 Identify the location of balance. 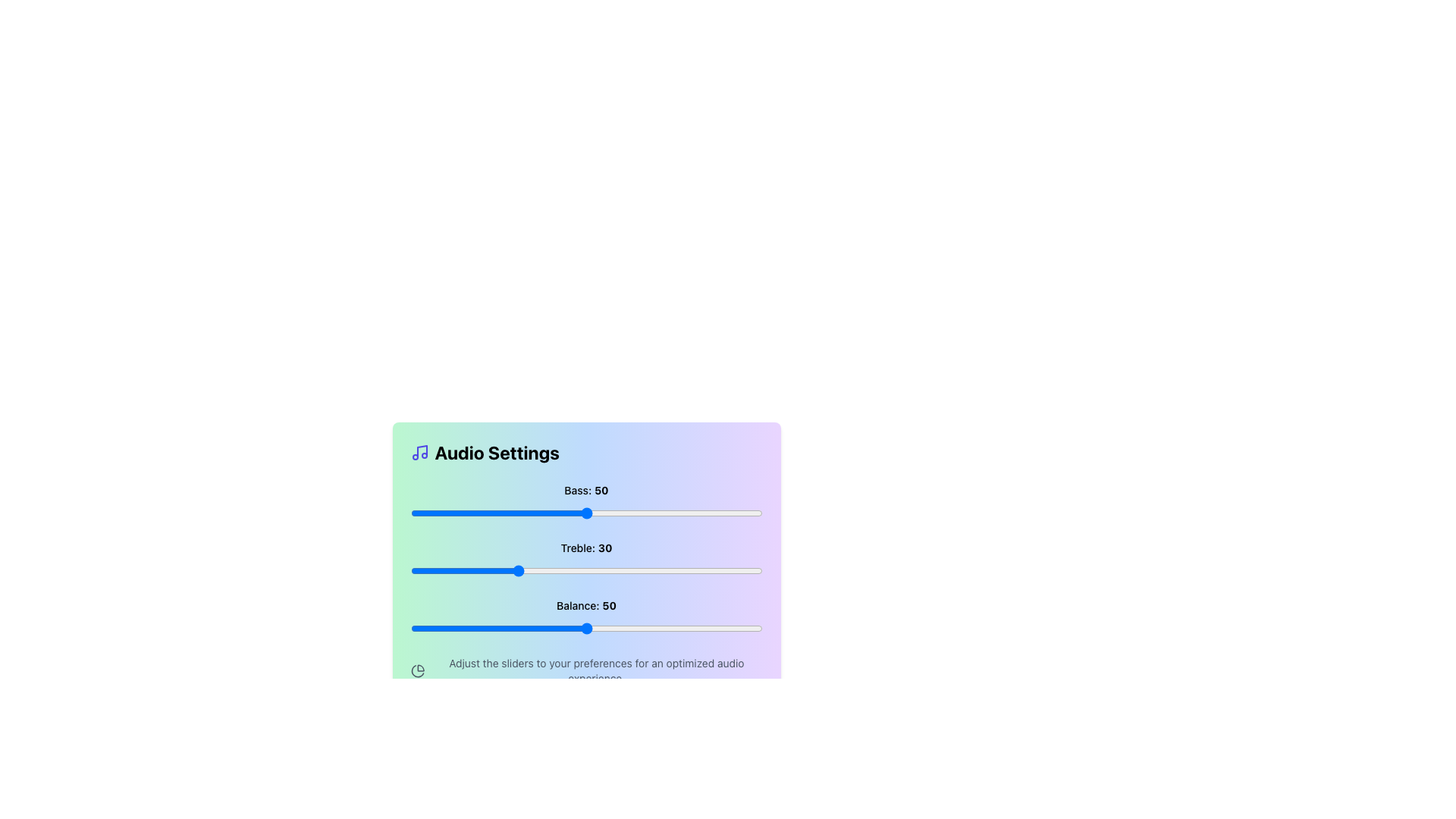
(557, 629).